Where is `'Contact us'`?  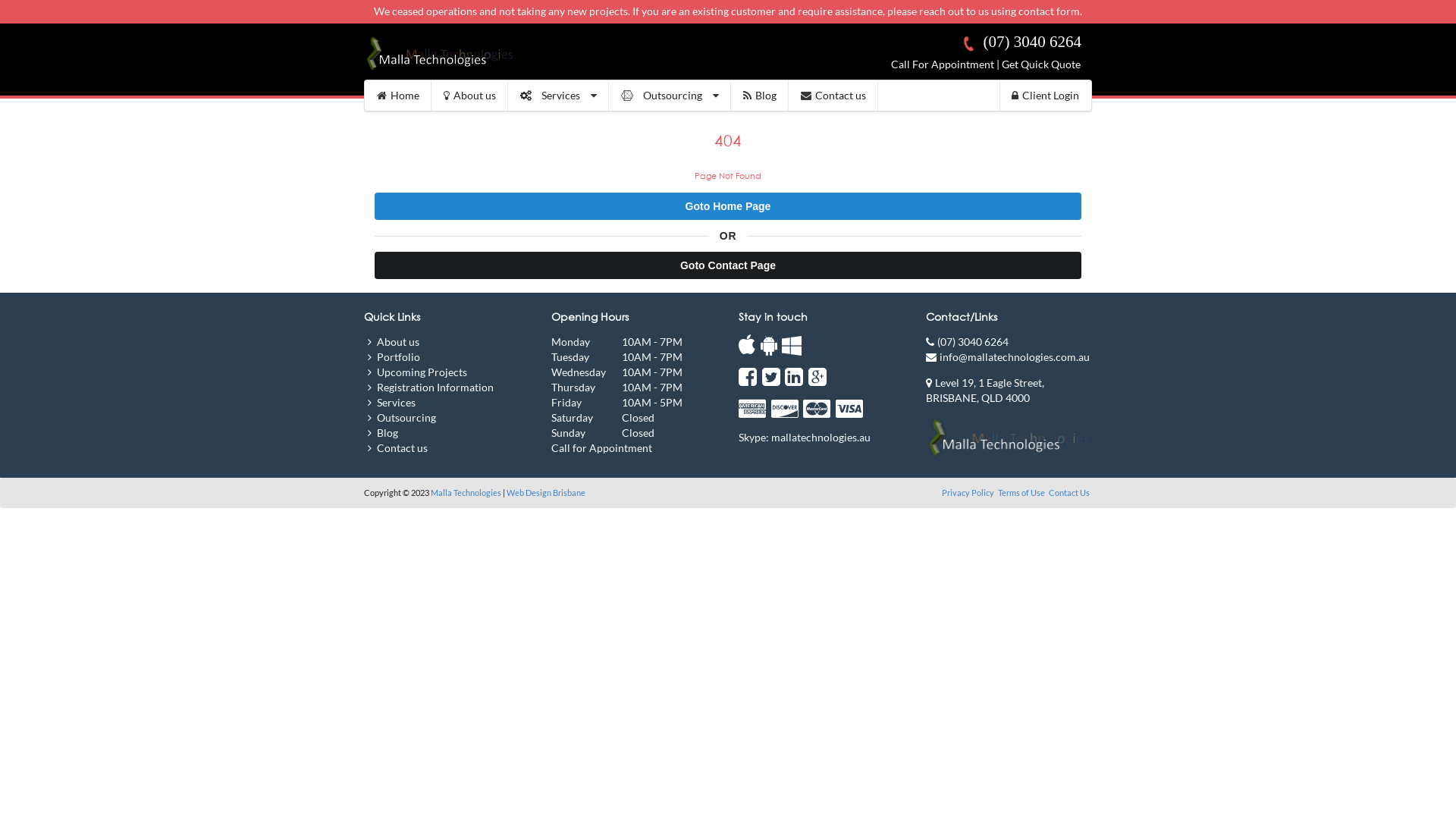 'Contact us' is located at coordinates (789, 96).